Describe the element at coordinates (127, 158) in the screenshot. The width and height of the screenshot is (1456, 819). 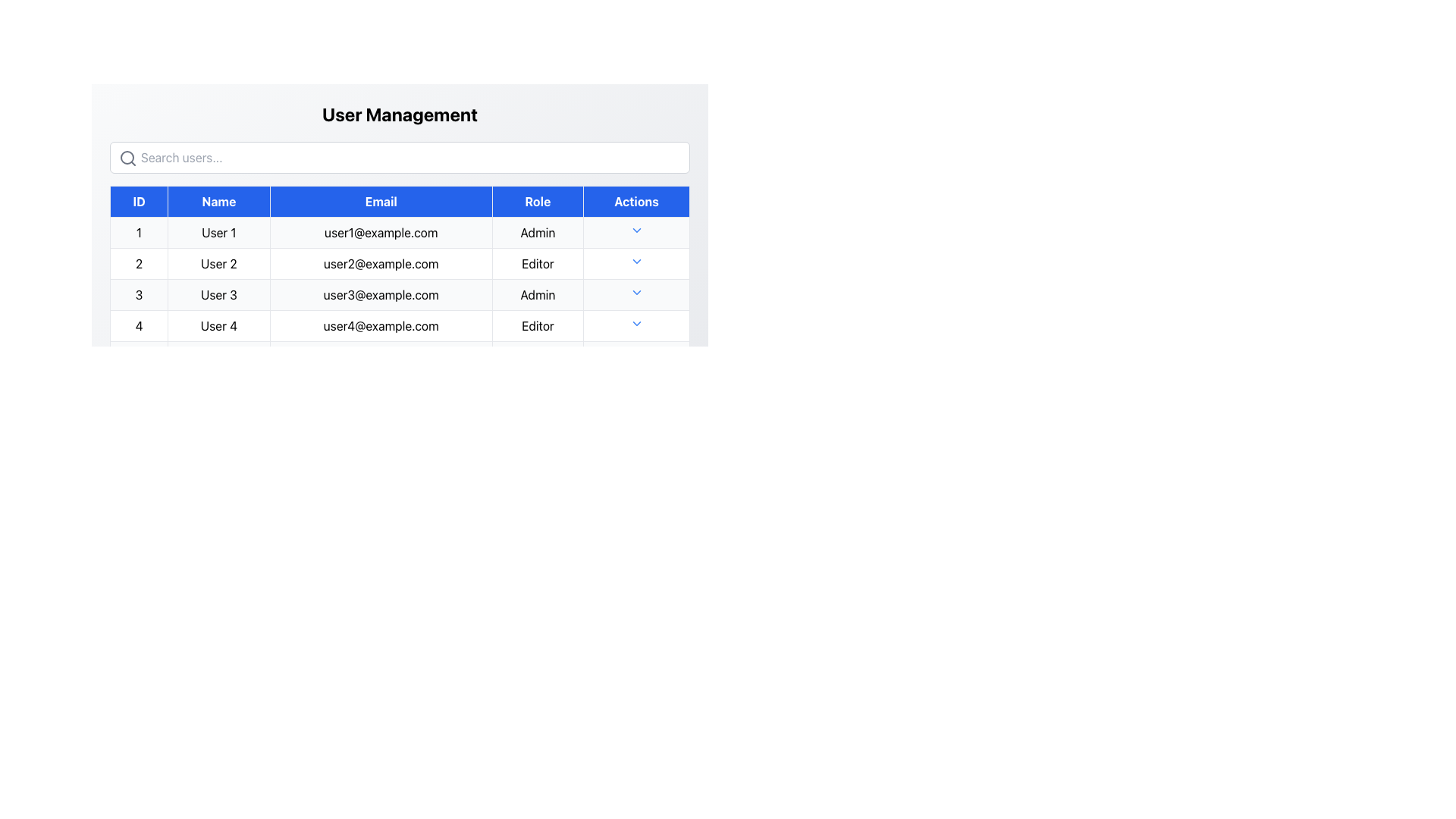
I see `the circular SVG element that resembles a magnifying glass, located at the left edge of the search input field next to the placeholder text 'Search users...'` at that location.